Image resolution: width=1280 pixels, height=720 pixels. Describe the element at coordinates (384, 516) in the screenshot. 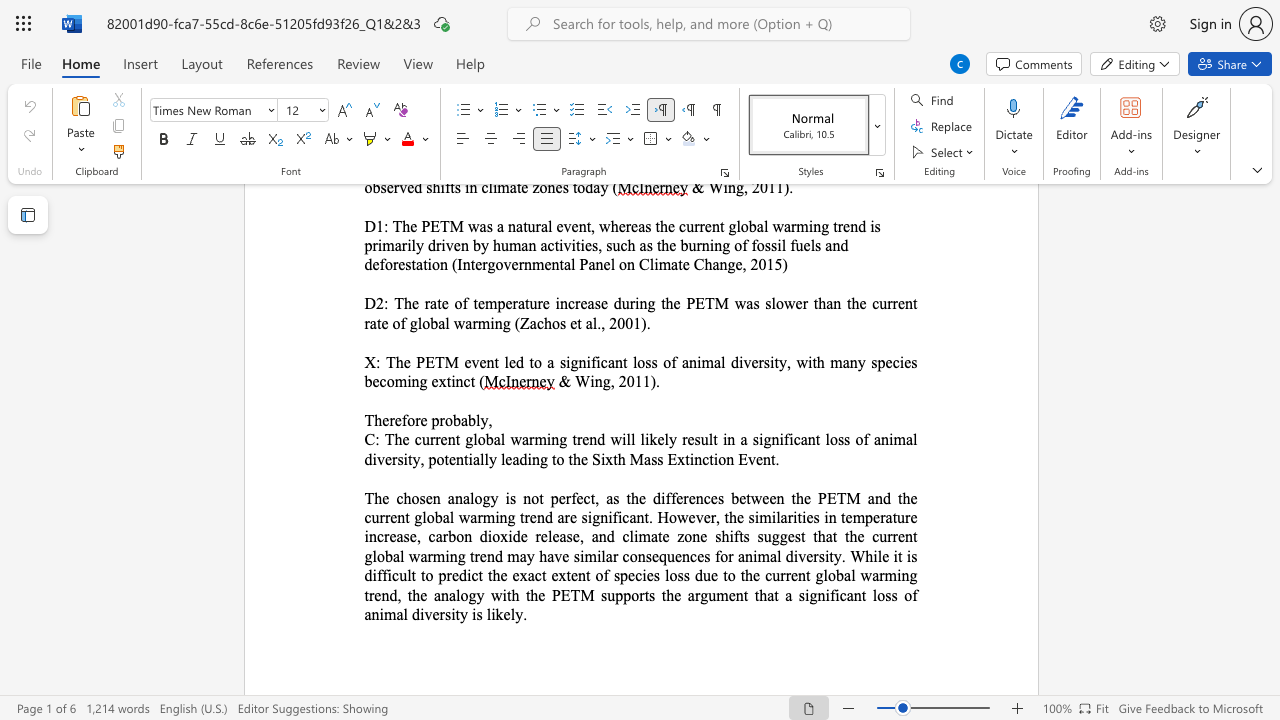

I see `the space between the continuous character "r" and "r" in the text` at that location.